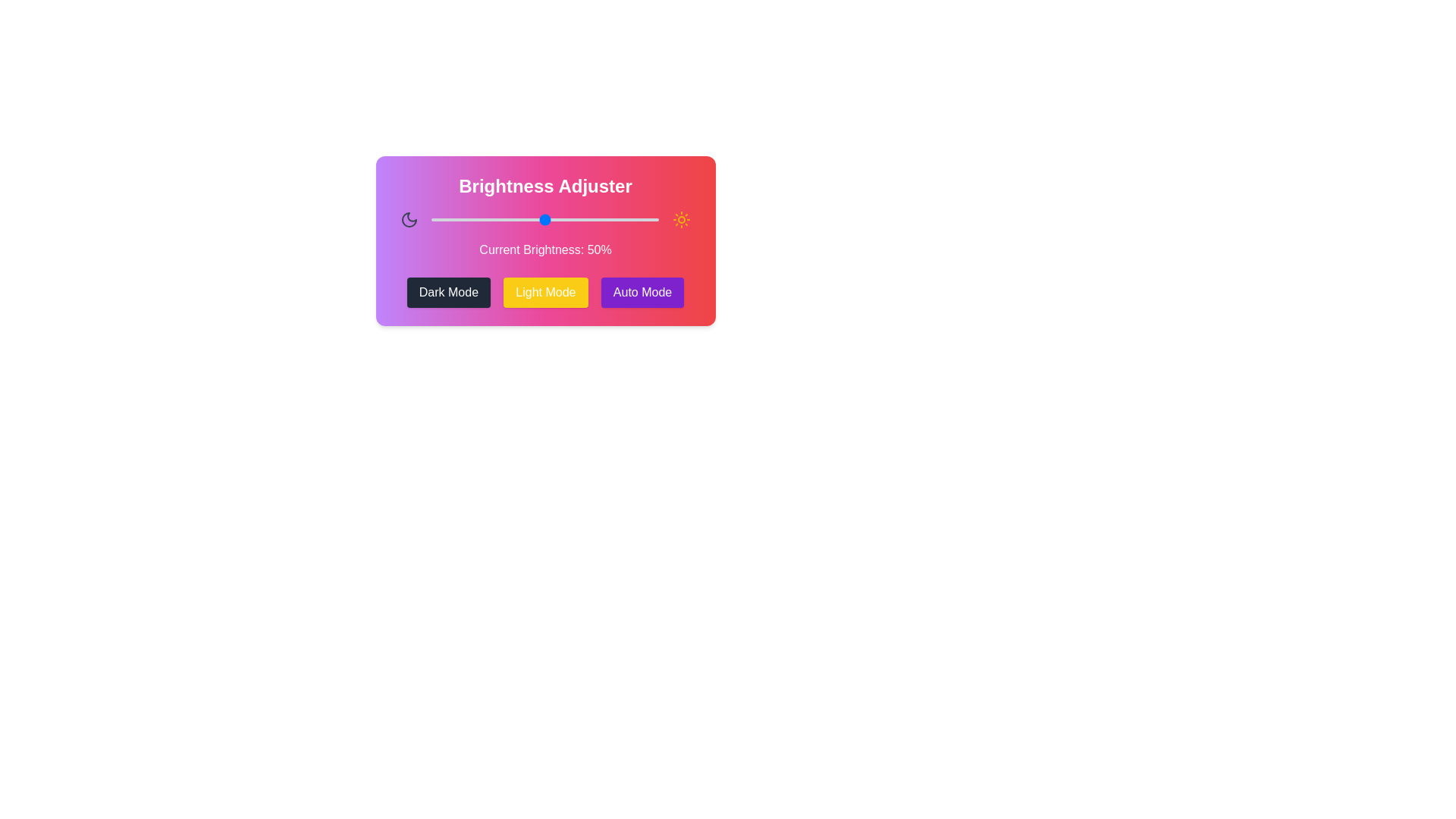  Describe the element at coordinates (563, 219) in the screenshot. I see `the brightness slider to 58%` at that location.